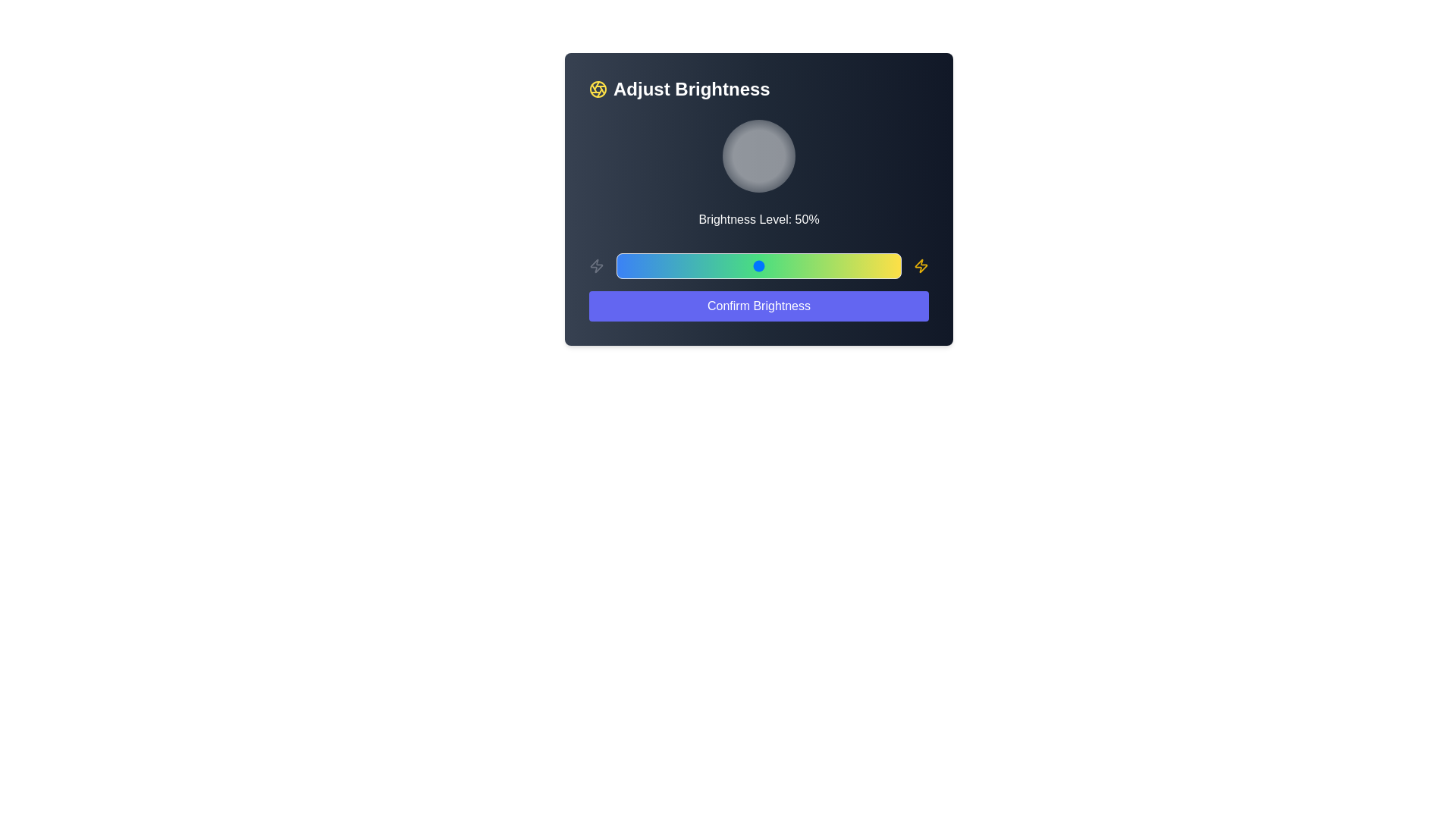  Describe the element at coordinates (861, 265) in the screenshot. I see `the brightness slider to 86%` at that location.